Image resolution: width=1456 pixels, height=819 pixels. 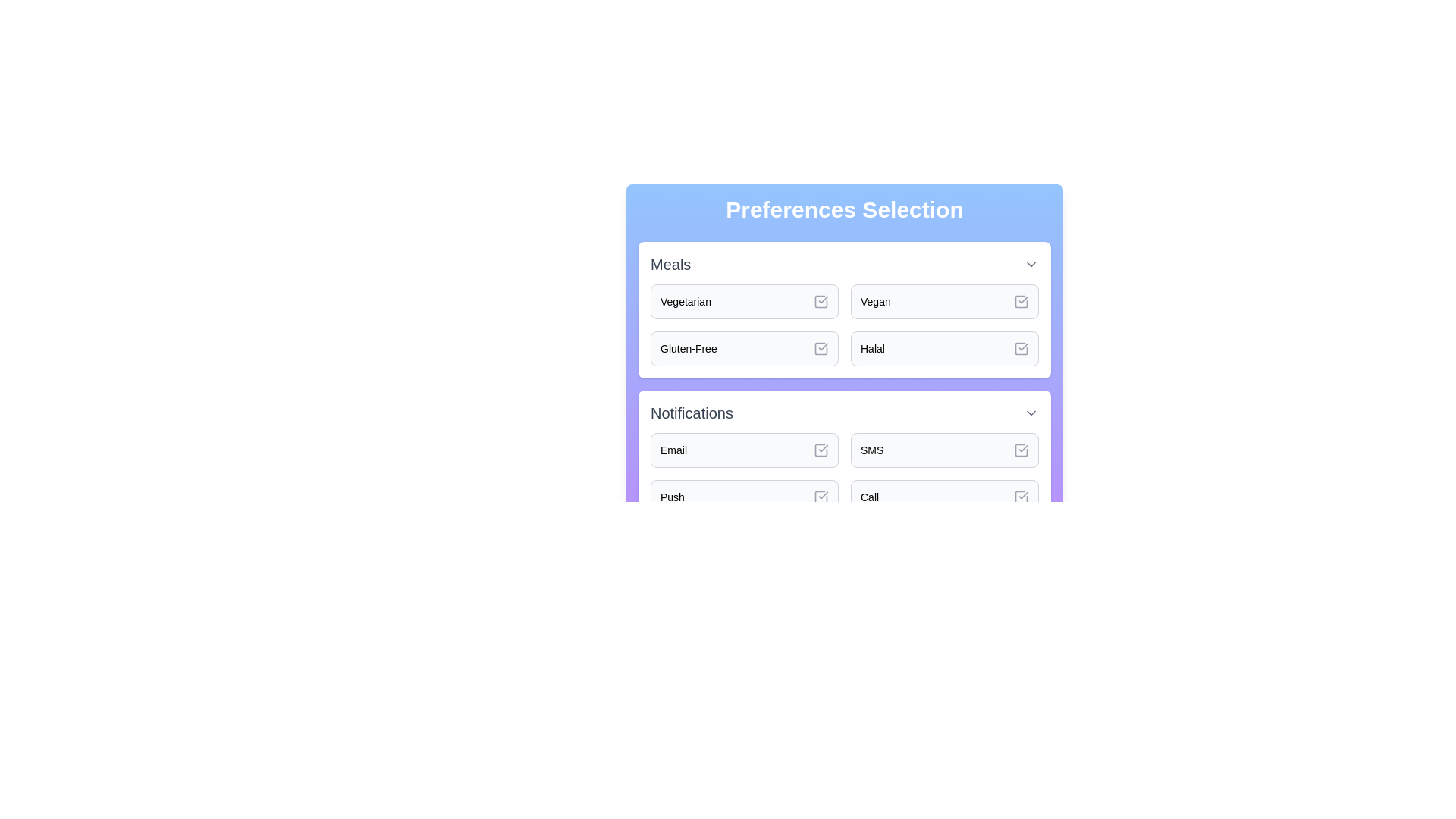 I want to click on the Checkbox-like icon representing the 'Halal' preference option, so click(x=1021, y=348).